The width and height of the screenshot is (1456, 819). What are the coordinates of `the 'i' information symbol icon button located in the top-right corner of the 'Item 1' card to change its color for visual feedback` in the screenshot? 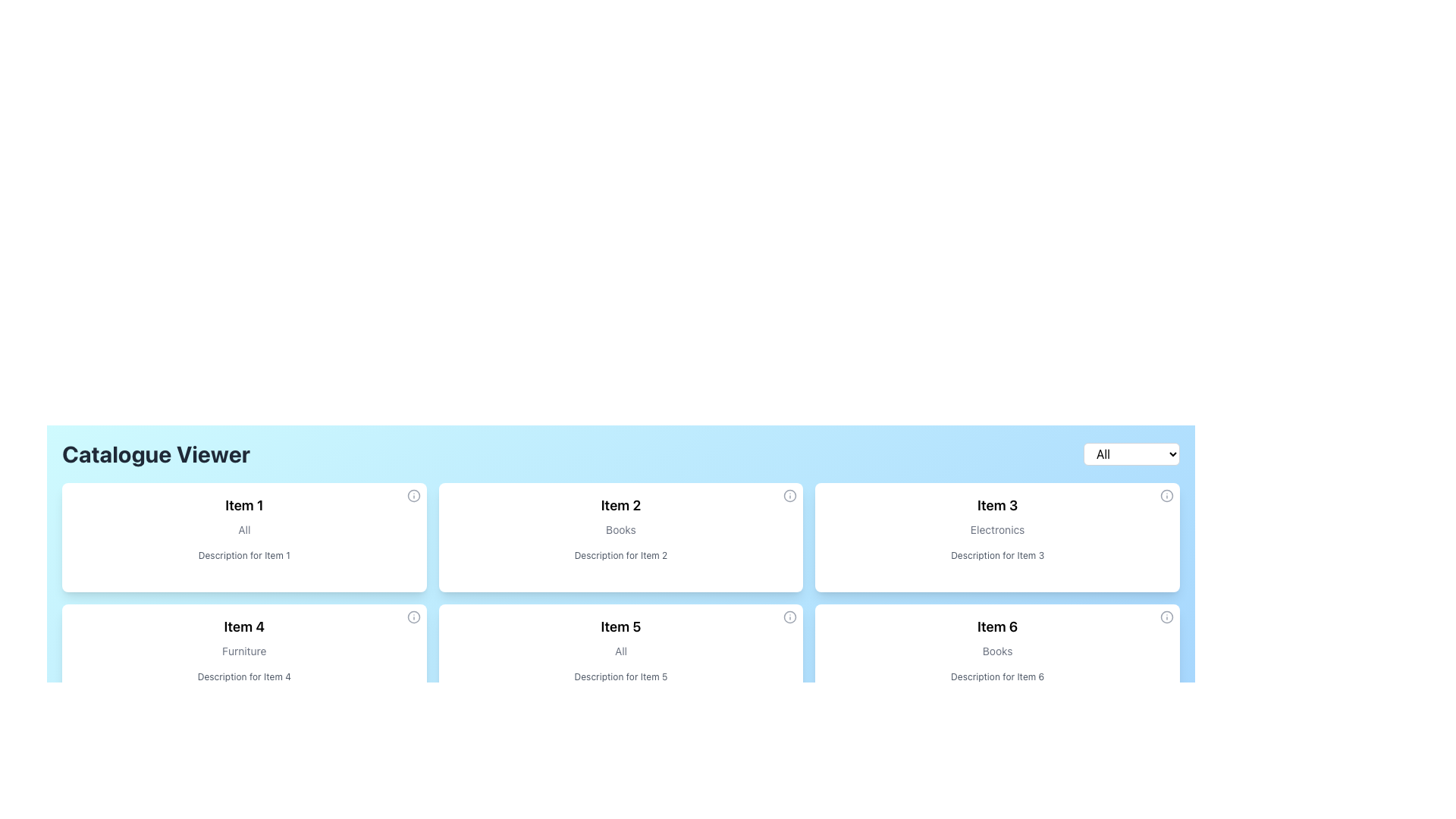 It's located at (413, 496).